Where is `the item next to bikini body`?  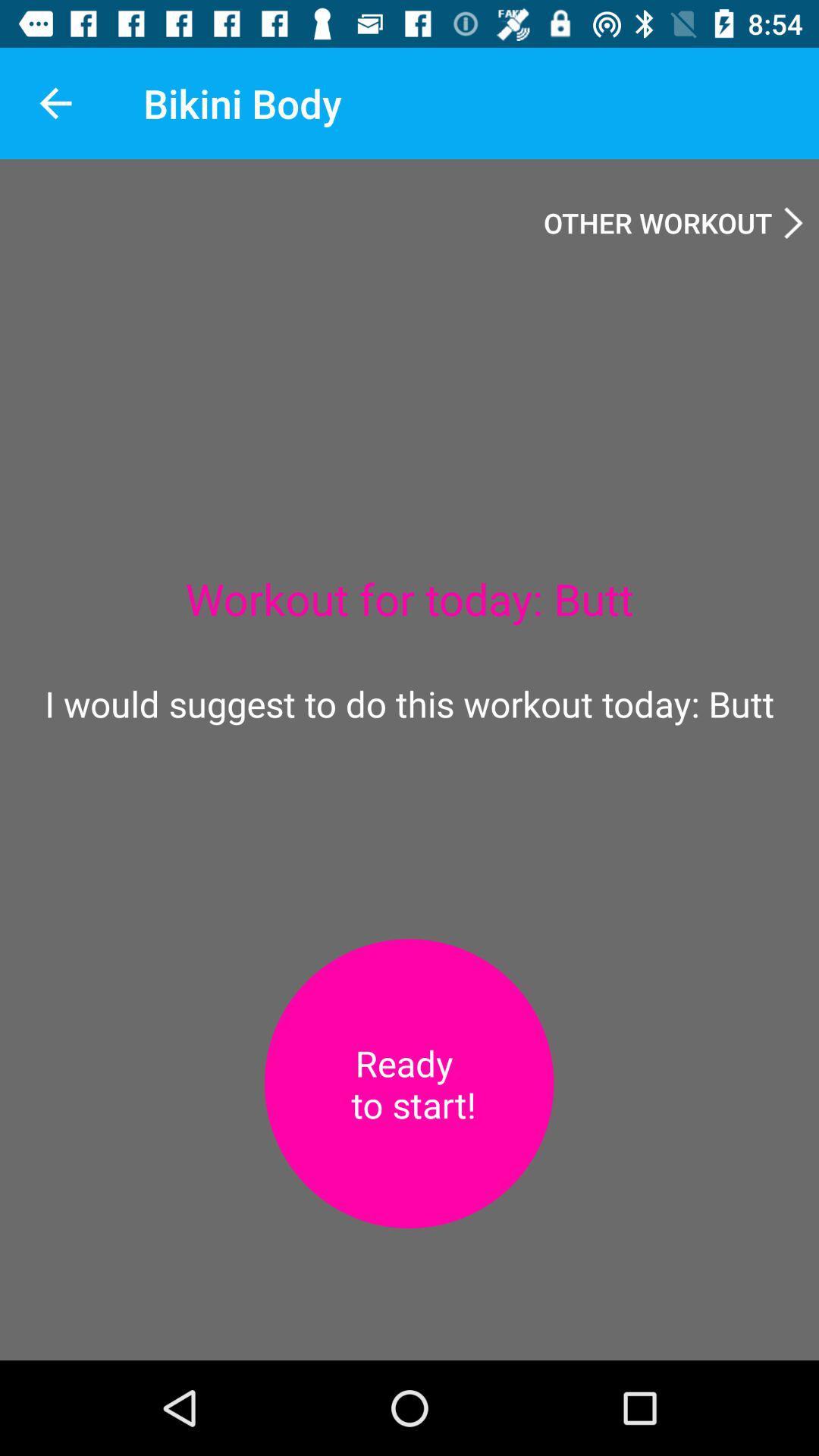 the item next to bikini body is located at coordinates (55, 102).